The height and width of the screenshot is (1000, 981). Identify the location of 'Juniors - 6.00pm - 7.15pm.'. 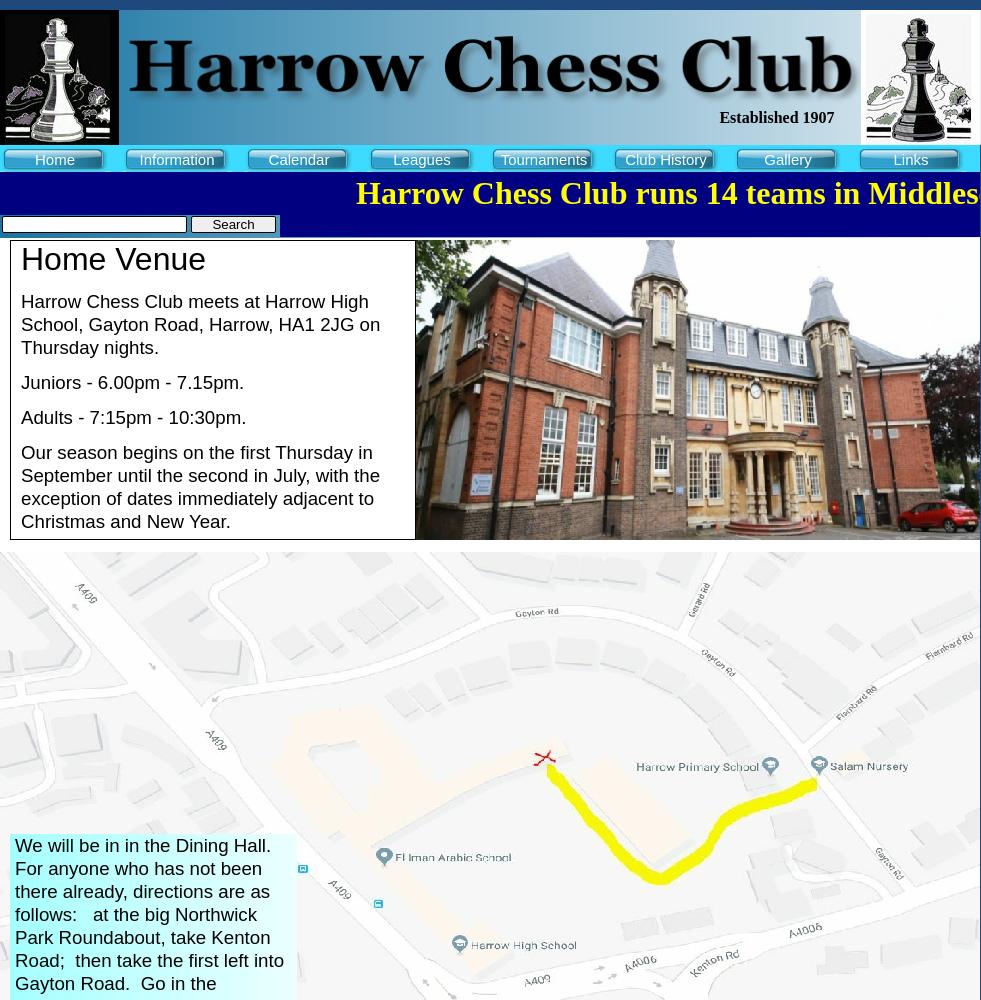
(142, 382).